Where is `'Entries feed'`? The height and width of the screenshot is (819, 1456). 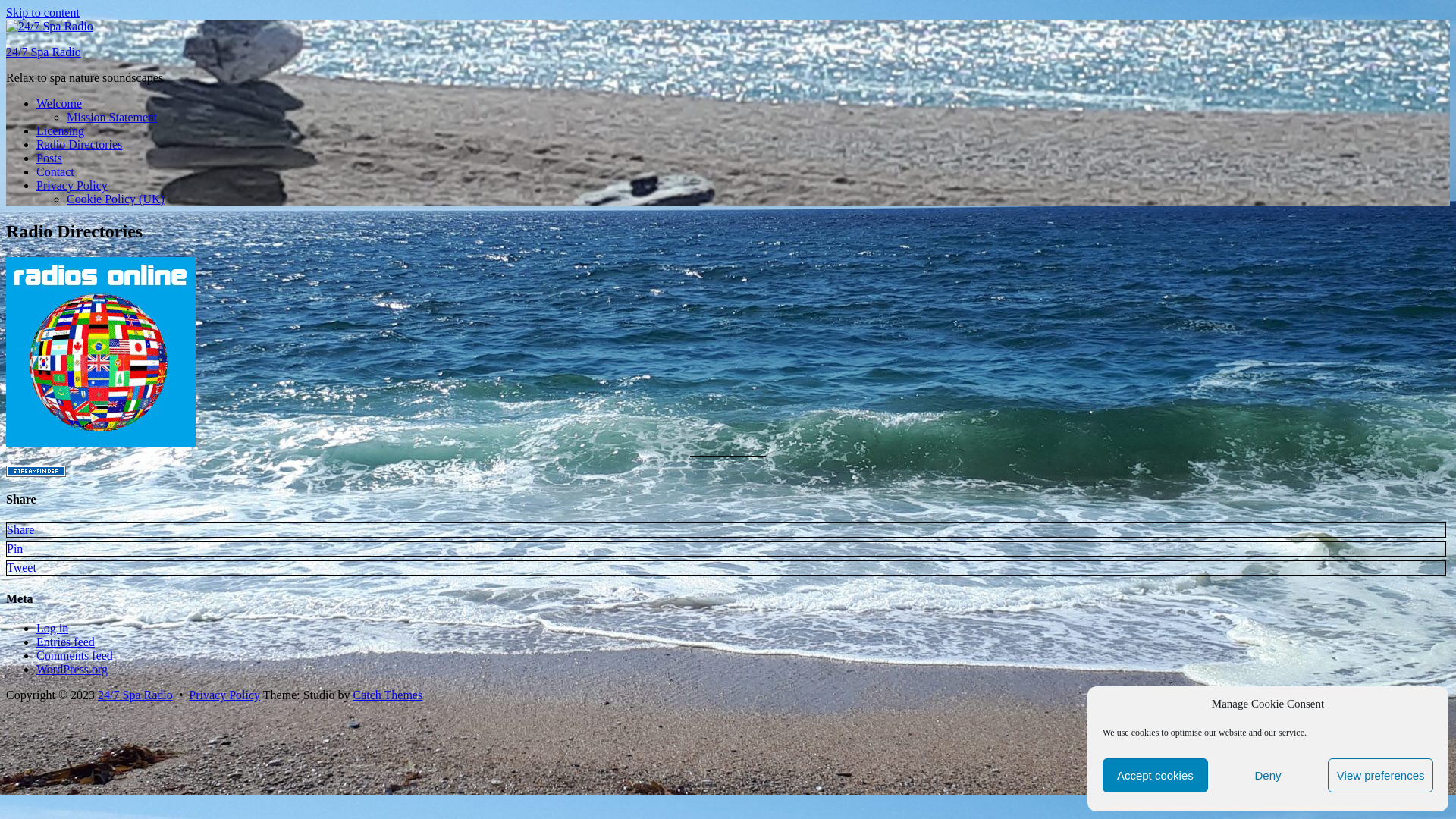 'Entries feed' is located at coordinates (64, 642).